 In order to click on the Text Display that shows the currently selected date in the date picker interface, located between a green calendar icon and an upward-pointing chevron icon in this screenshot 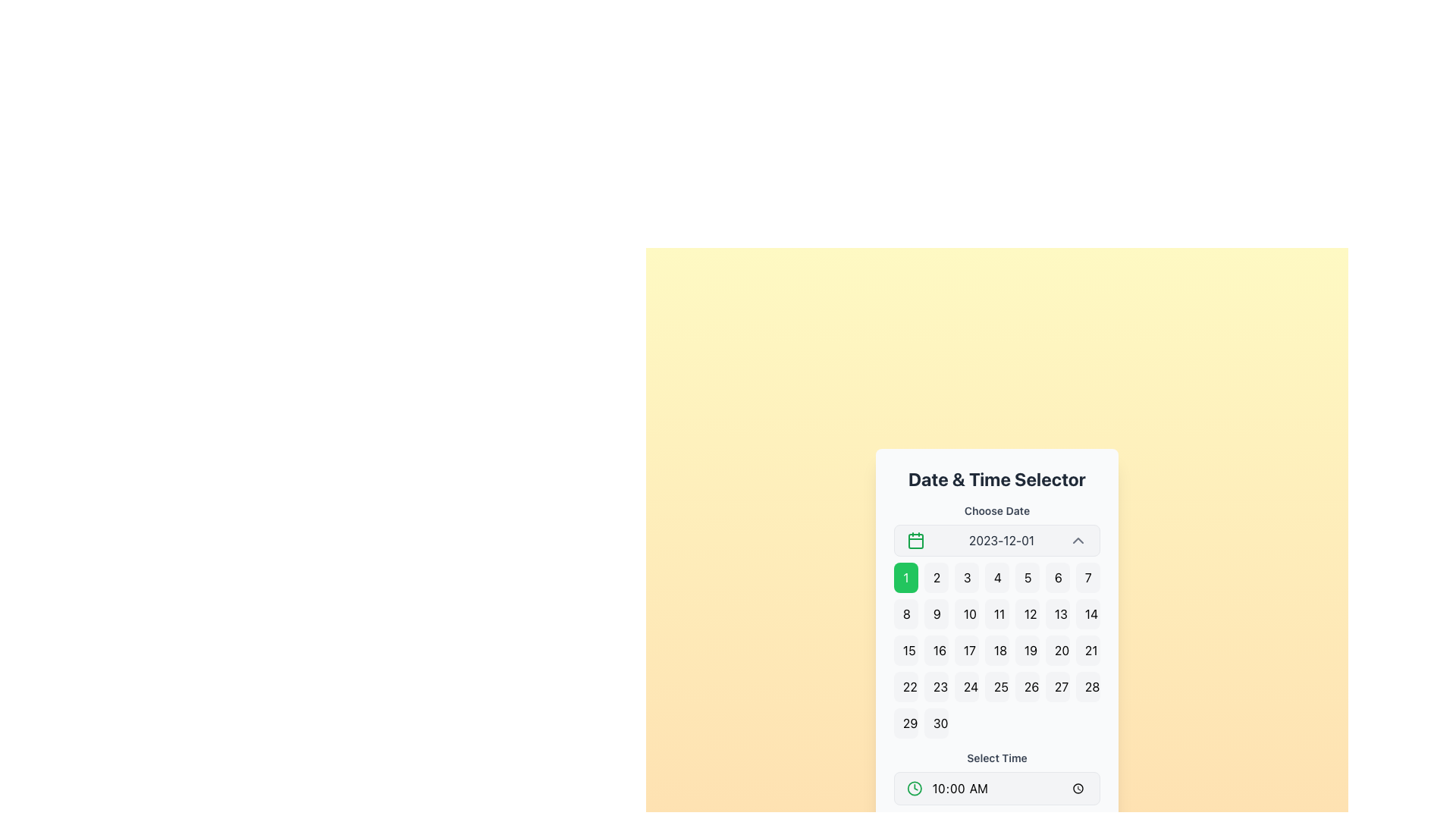, I will do `click(1001, 540)`.